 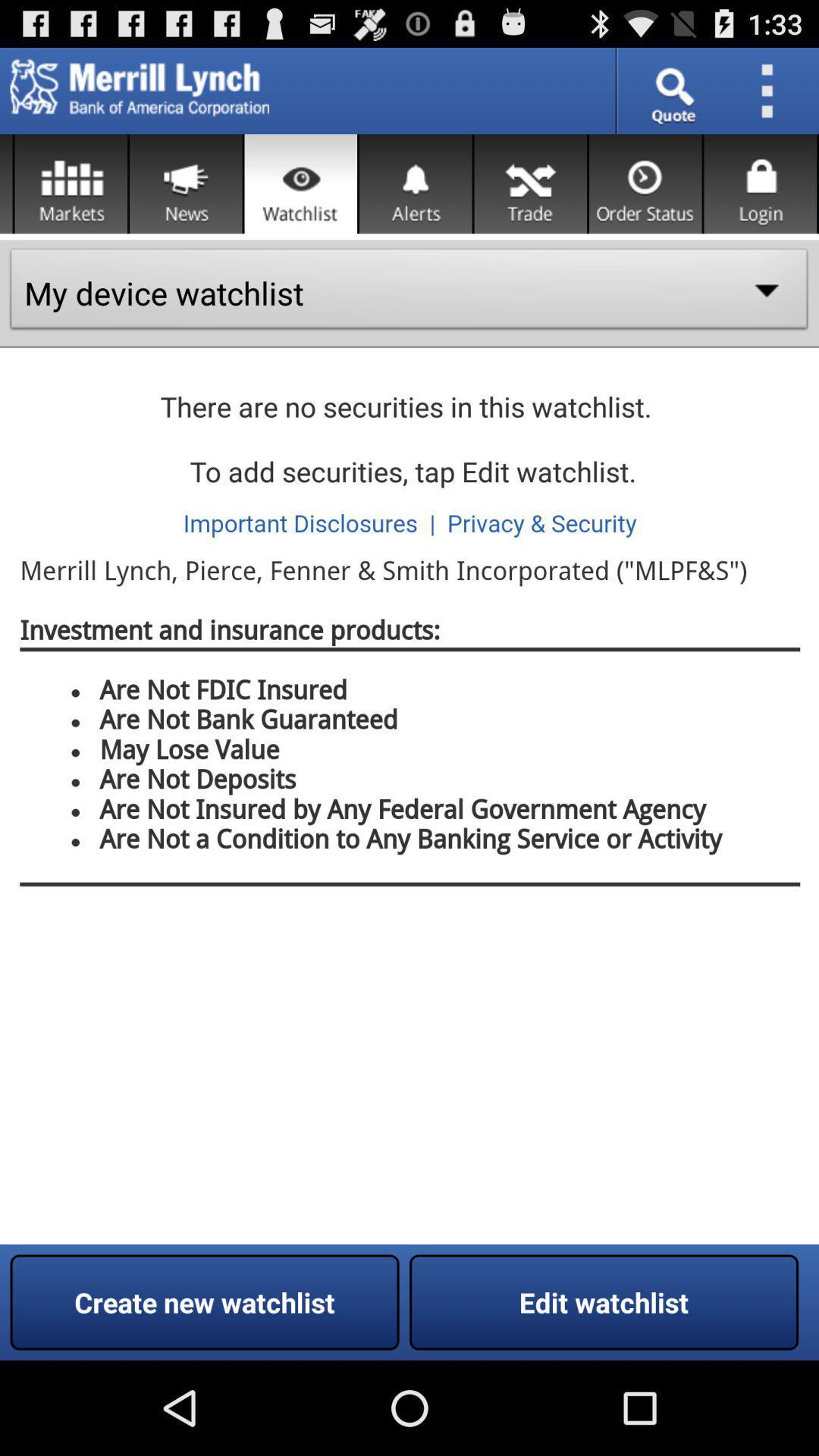 What do you see at coordinates (645, 196) in the screenshot?
I see `the time icon` at bounding box center [645, 196].